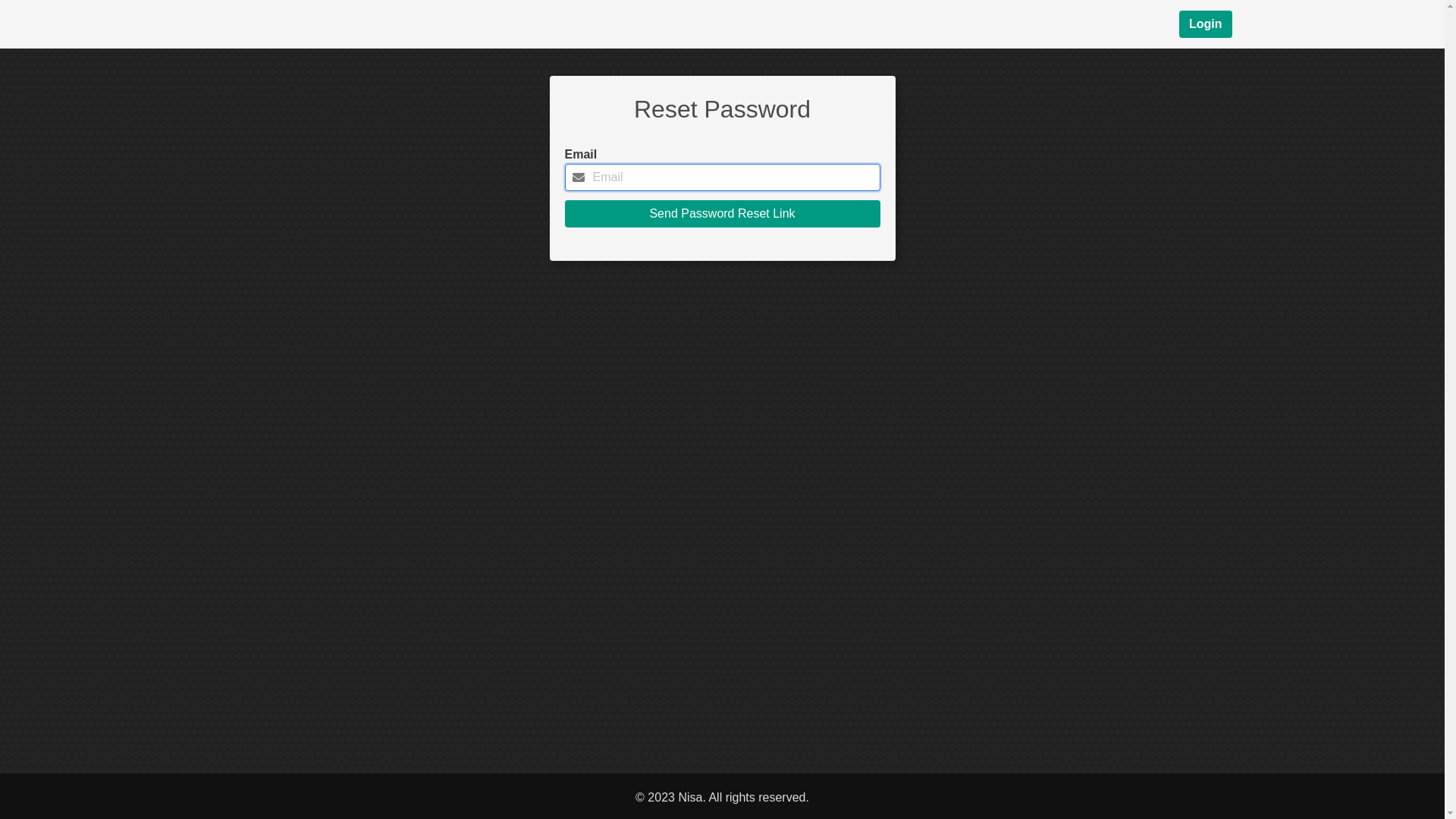  I want to click on 'Send Password Reset Link', so click(720, 213).